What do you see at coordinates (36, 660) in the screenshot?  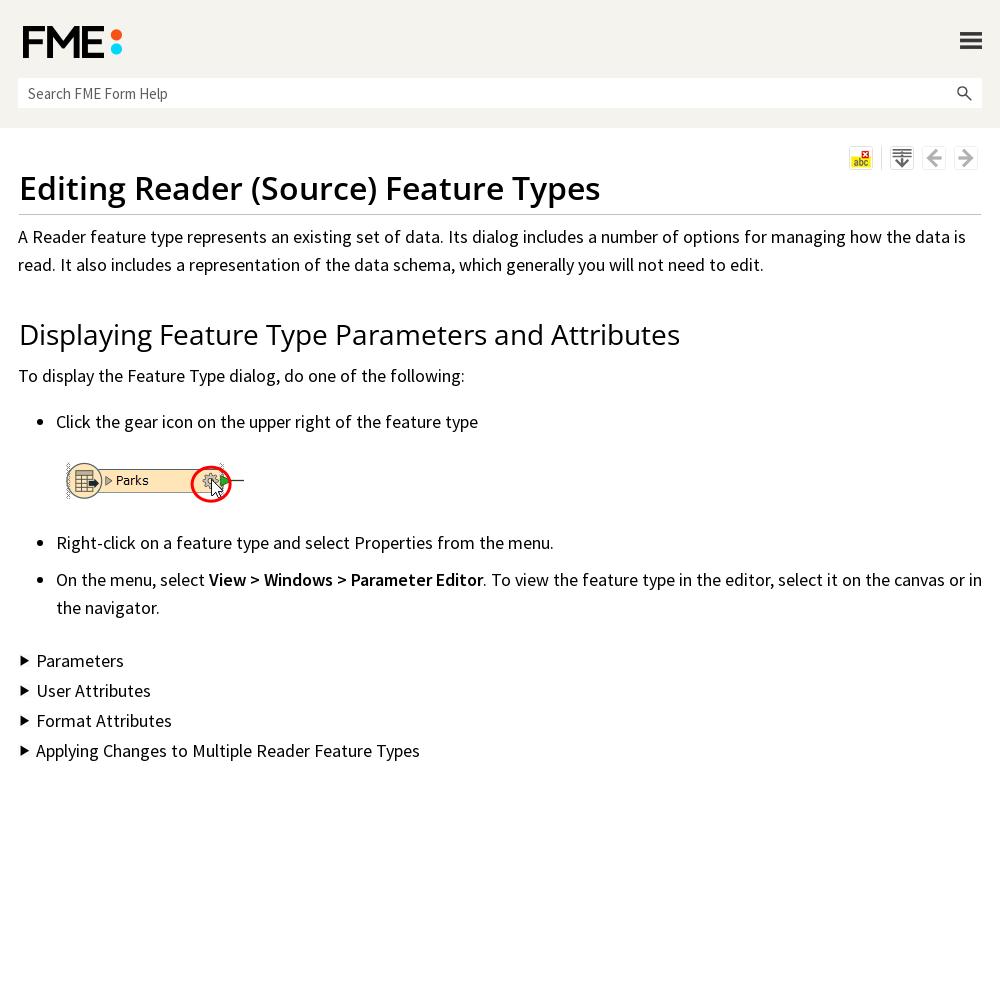 I see `'Parameters'` at bounding box center [36, 660].